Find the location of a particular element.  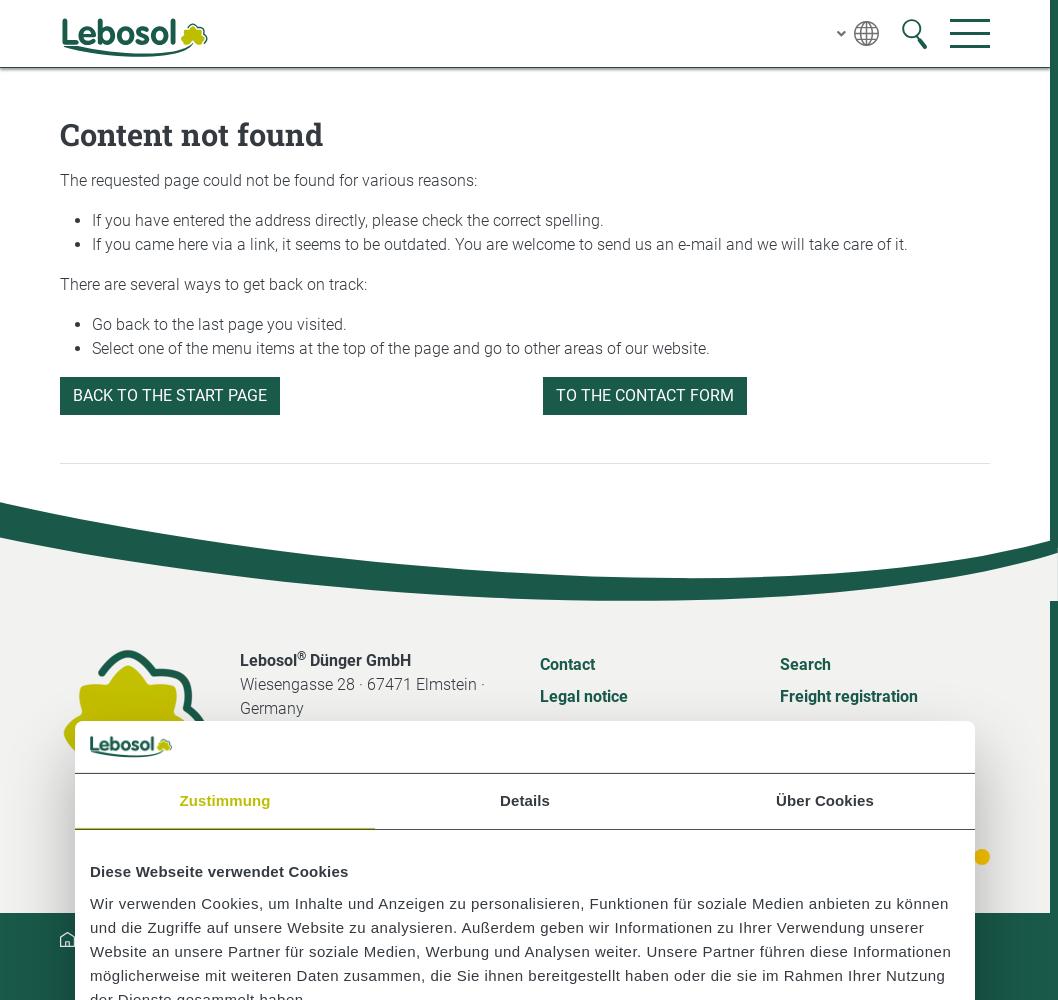

'Über Cookies' is located at coordinates (823, 800).